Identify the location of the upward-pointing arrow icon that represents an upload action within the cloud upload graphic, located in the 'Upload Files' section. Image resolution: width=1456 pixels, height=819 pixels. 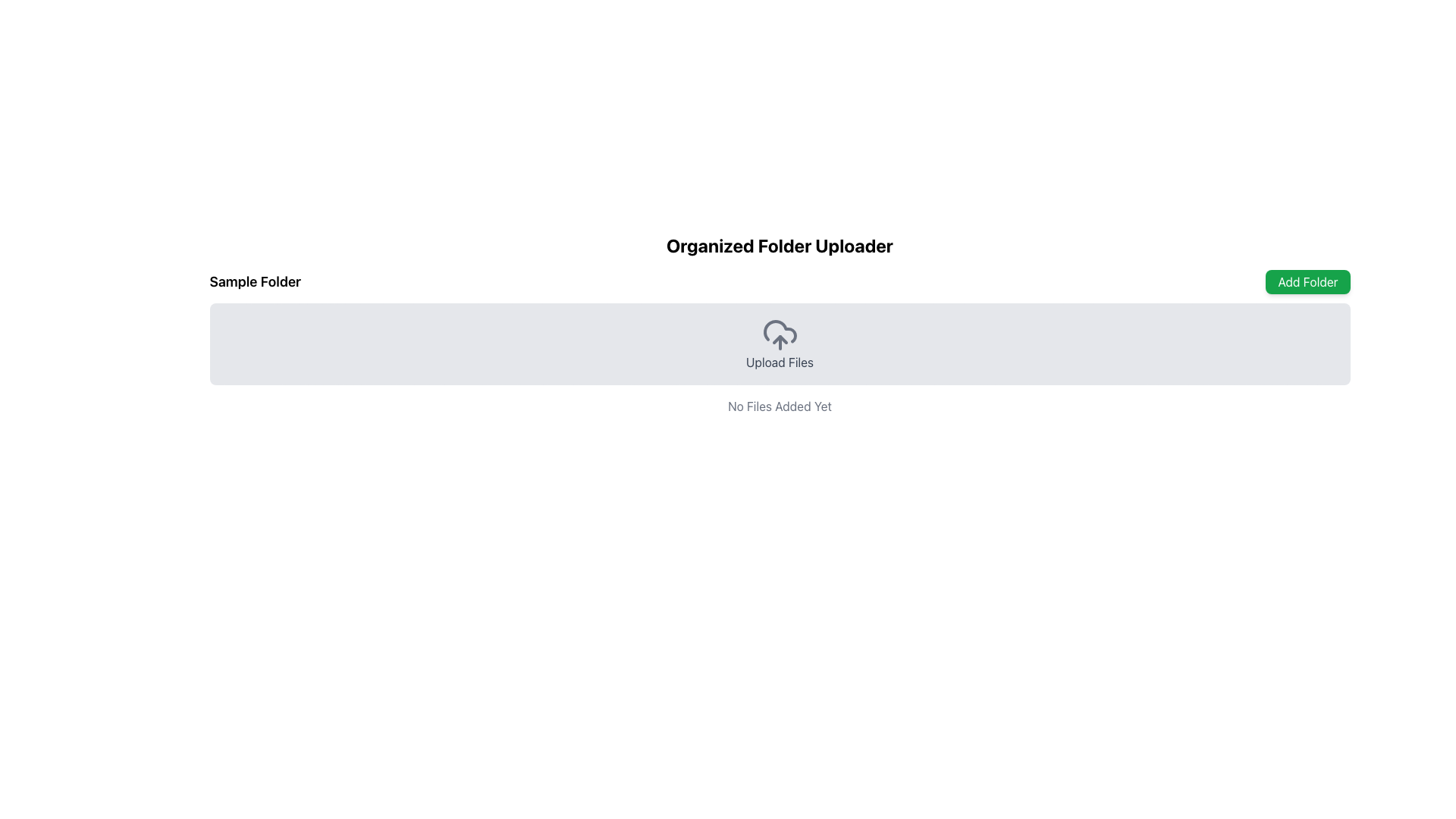
(780, 338).